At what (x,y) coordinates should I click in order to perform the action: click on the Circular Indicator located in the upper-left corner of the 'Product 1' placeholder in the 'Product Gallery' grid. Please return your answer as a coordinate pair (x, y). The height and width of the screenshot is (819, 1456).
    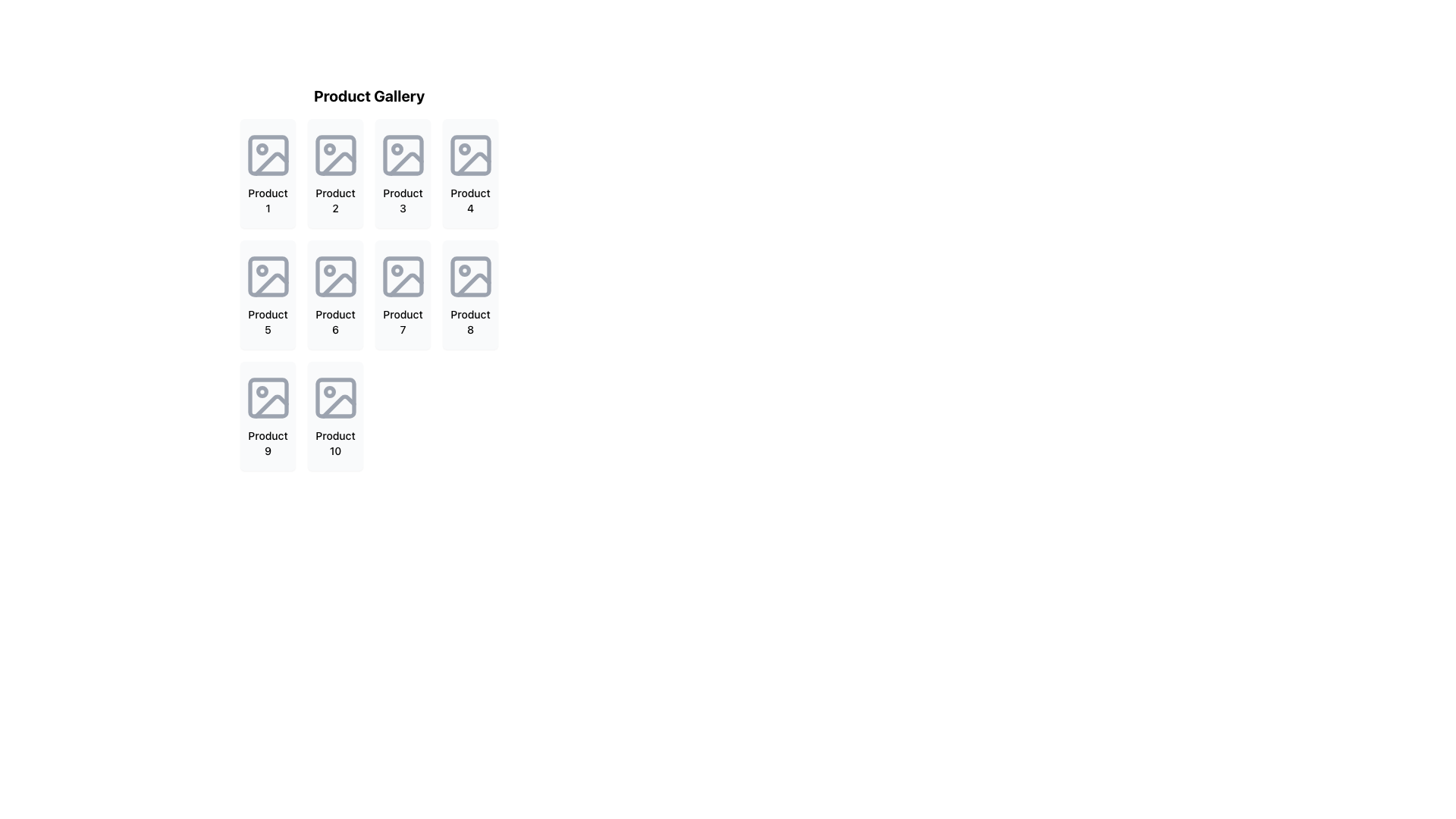
    Looking at the image, I should click on (262, 149).